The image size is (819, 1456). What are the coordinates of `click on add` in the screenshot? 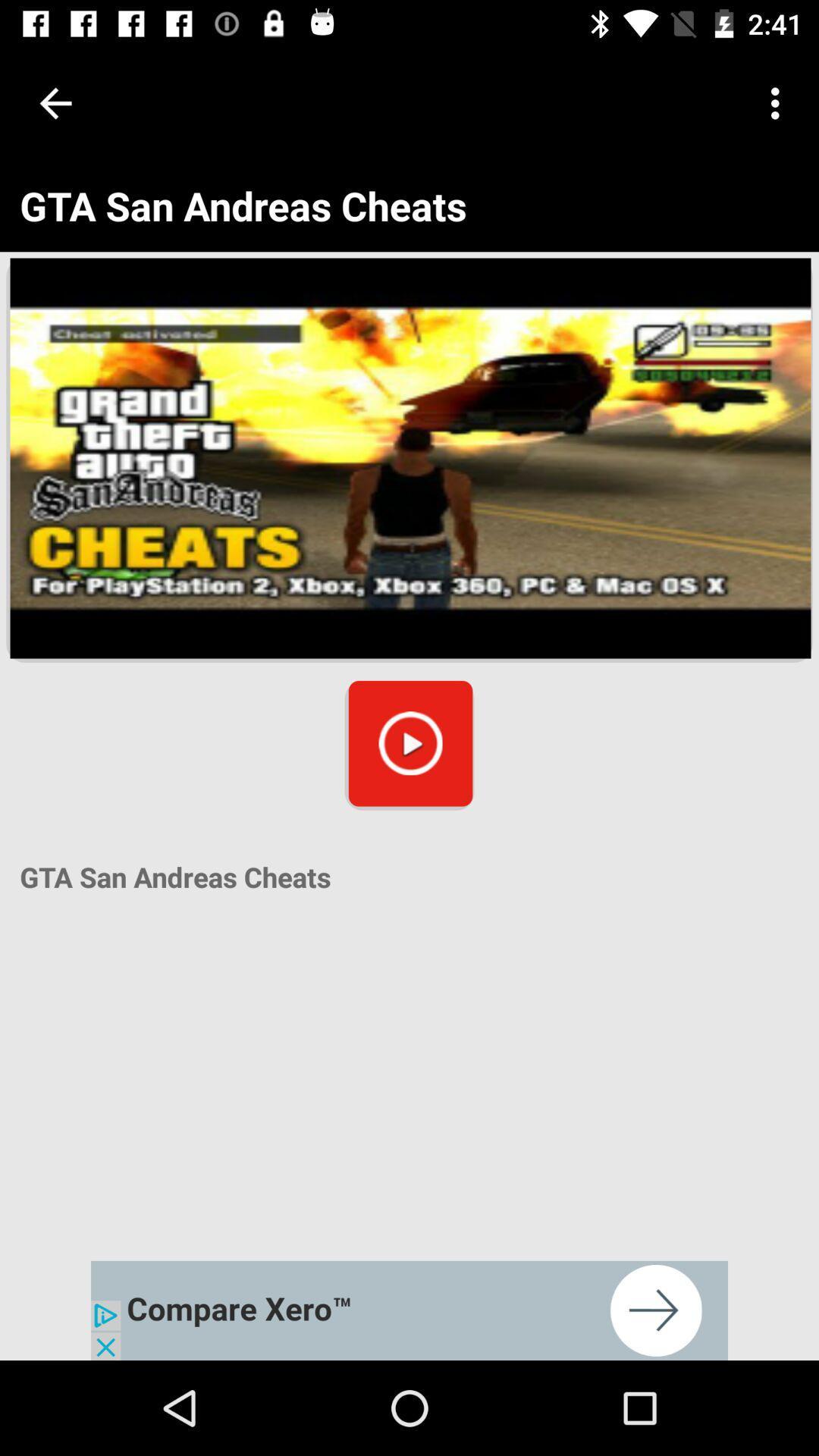 It's located at (409, 1310).